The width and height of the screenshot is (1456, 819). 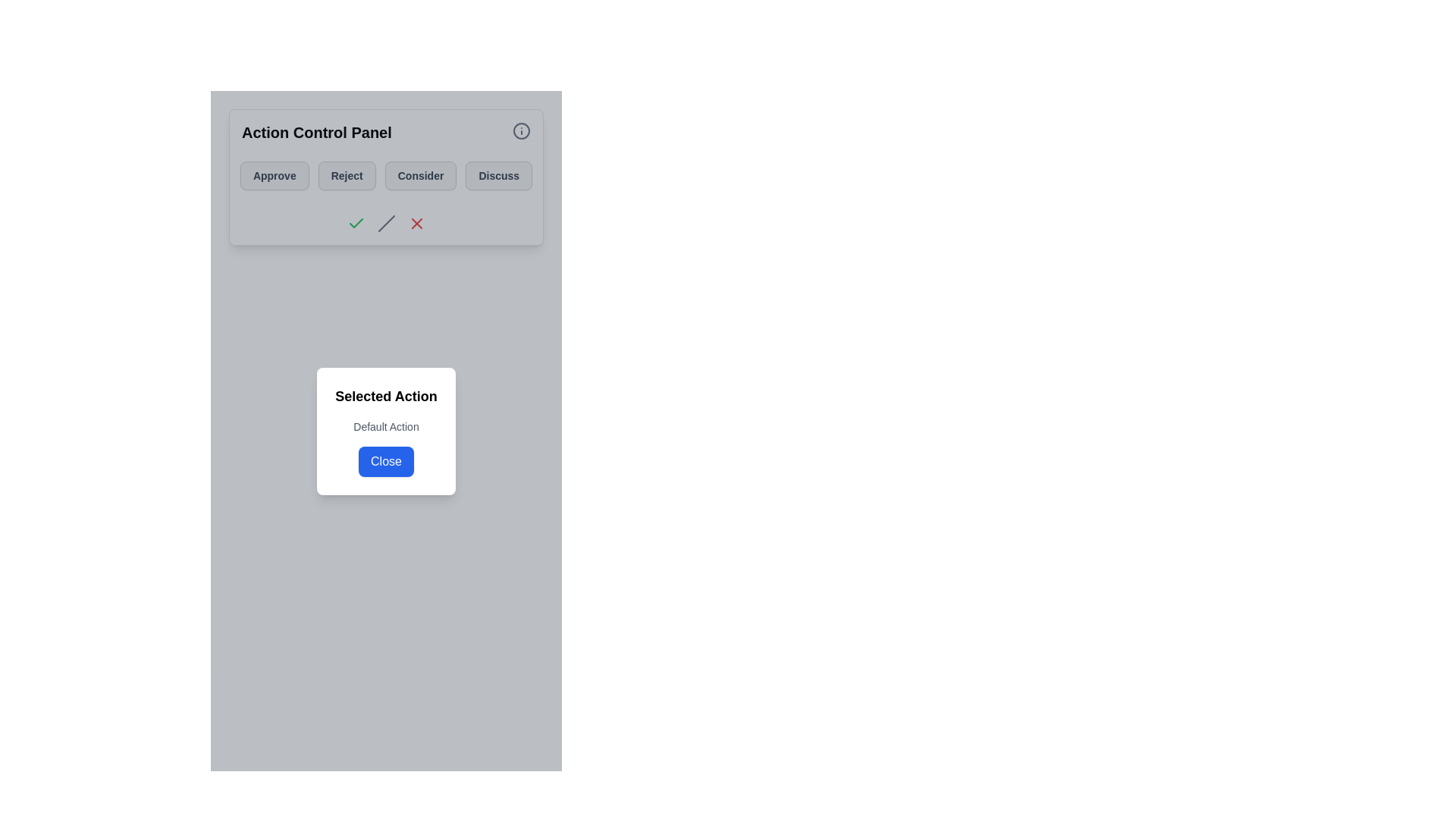 I want to click on the 'Consider' button located in the 'Action Control Panel', which is the third button from the left, situated between the 'Reject' and 'Discuss' buttons, to observe hover effects, so click(x=421, y=174).